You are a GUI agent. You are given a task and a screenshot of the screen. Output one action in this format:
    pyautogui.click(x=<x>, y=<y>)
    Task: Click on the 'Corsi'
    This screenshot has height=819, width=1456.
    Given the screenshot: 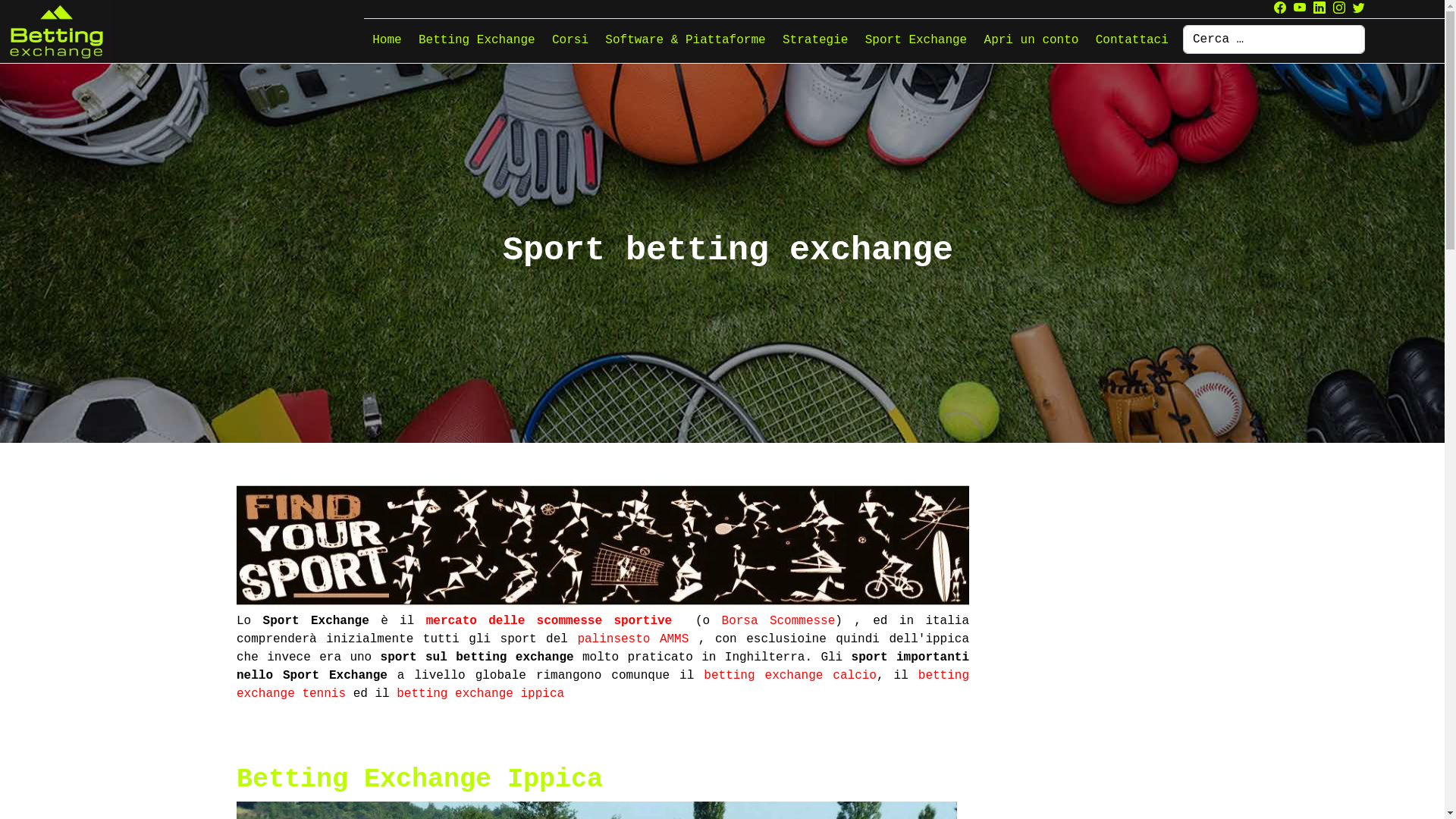 What is the action you would take?
    pyautogui.click(x=570, y=39)
    